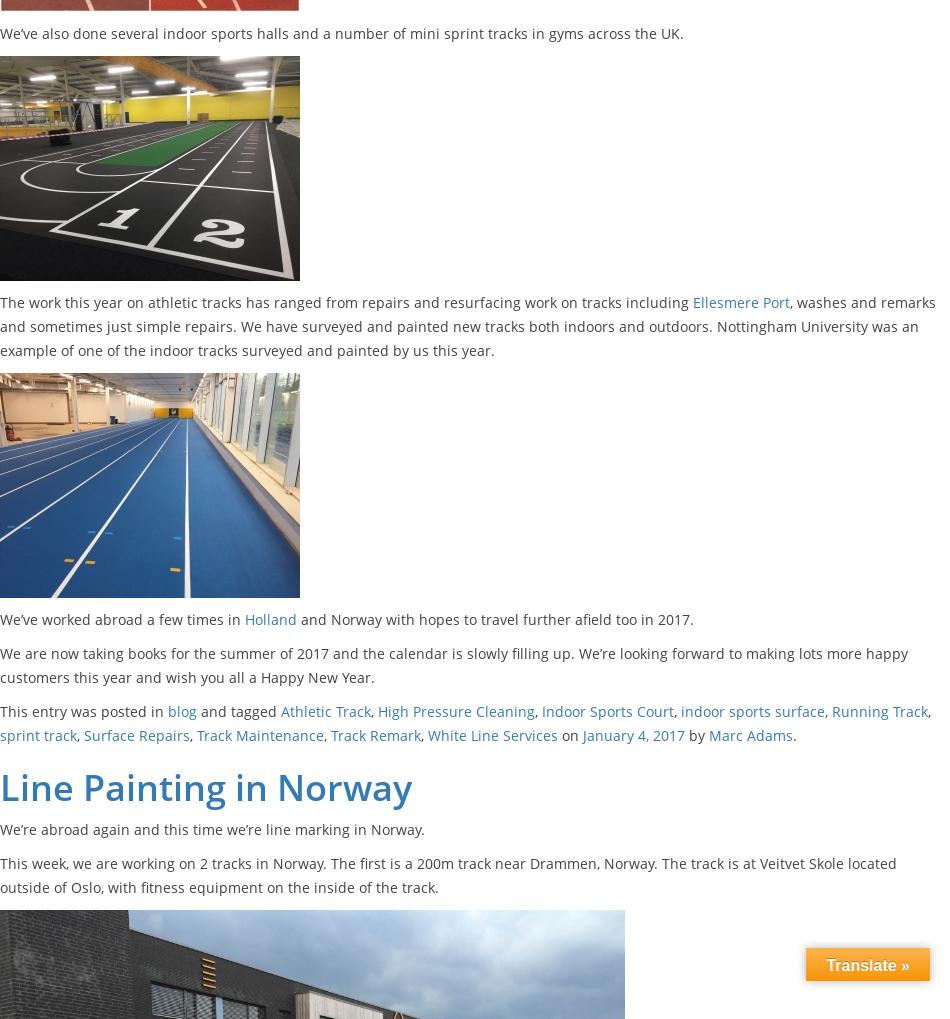 The width and height of the screenshot is (950, 1019). Describe the element at coordinates (697, 735) in the screenshot. I see `'by'` at that location.